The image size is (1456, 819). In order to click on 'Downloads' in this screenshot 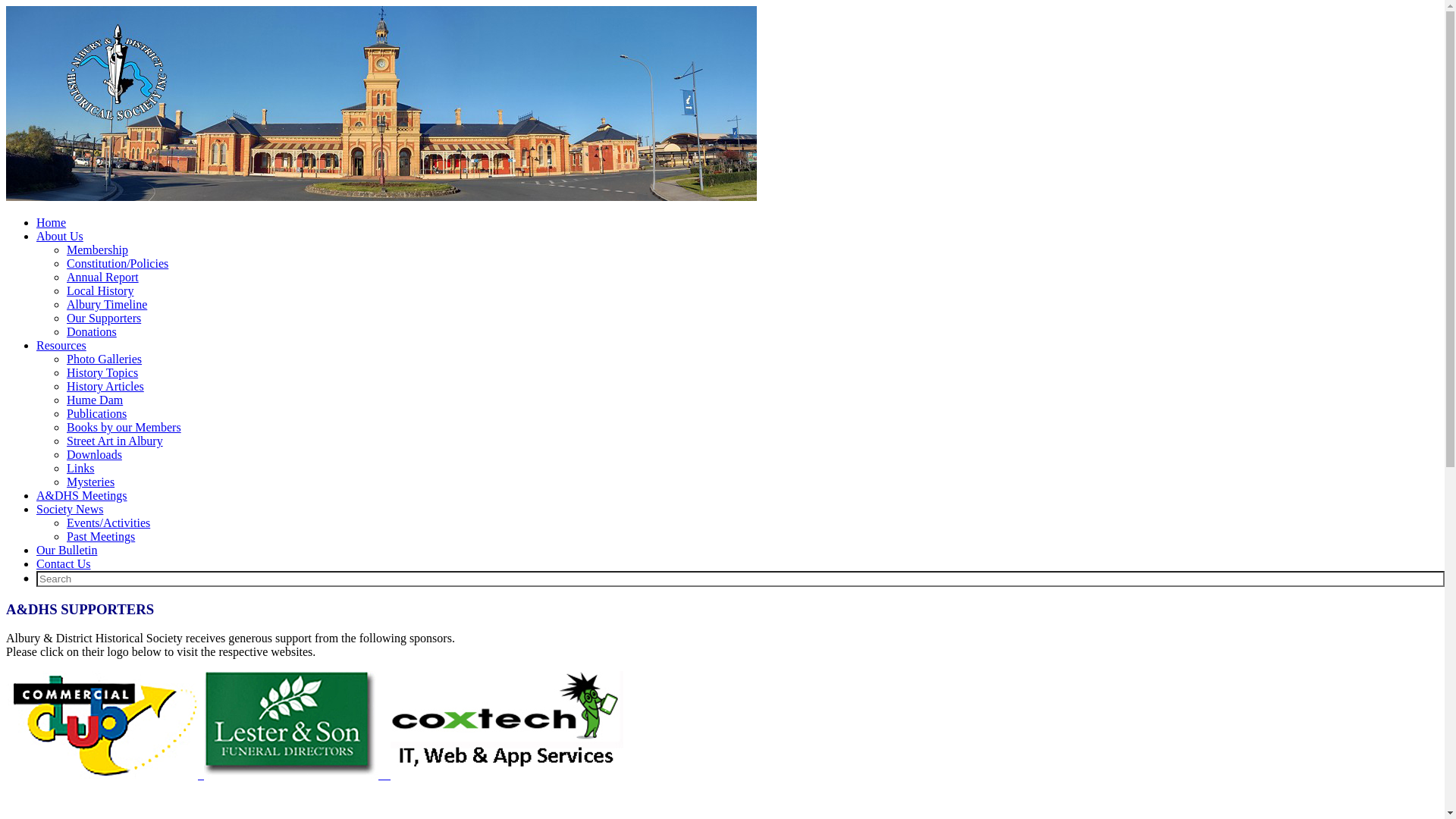, I will do `click(93, 453)`.